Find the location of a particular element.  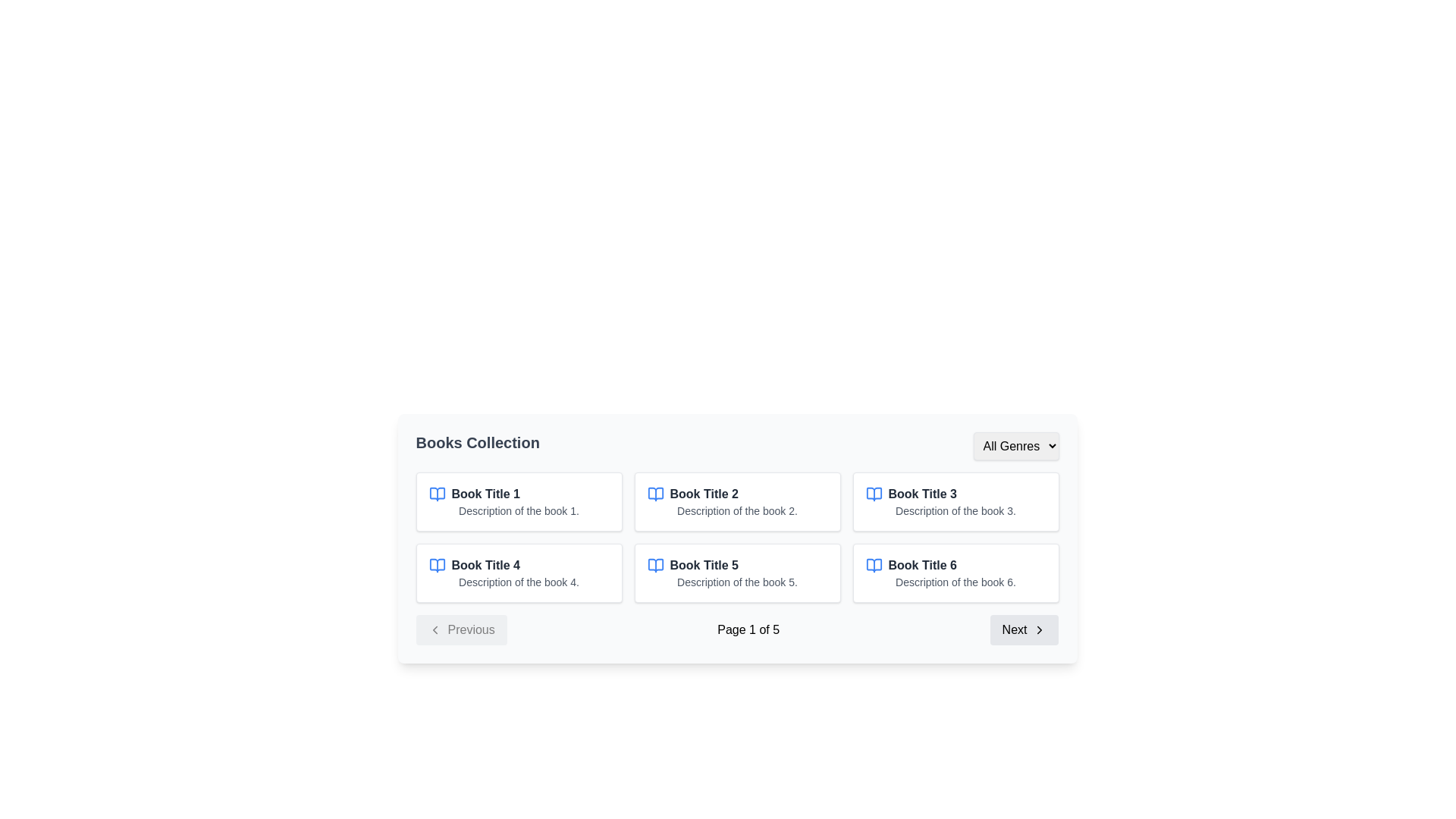

text content of the element displaying 'Description of the book 5.' which is styled in a small gray font and located below the title 'Book Title 5' in the fifth cell of the 'Books Collection' section is located at coordinates (737, 581).